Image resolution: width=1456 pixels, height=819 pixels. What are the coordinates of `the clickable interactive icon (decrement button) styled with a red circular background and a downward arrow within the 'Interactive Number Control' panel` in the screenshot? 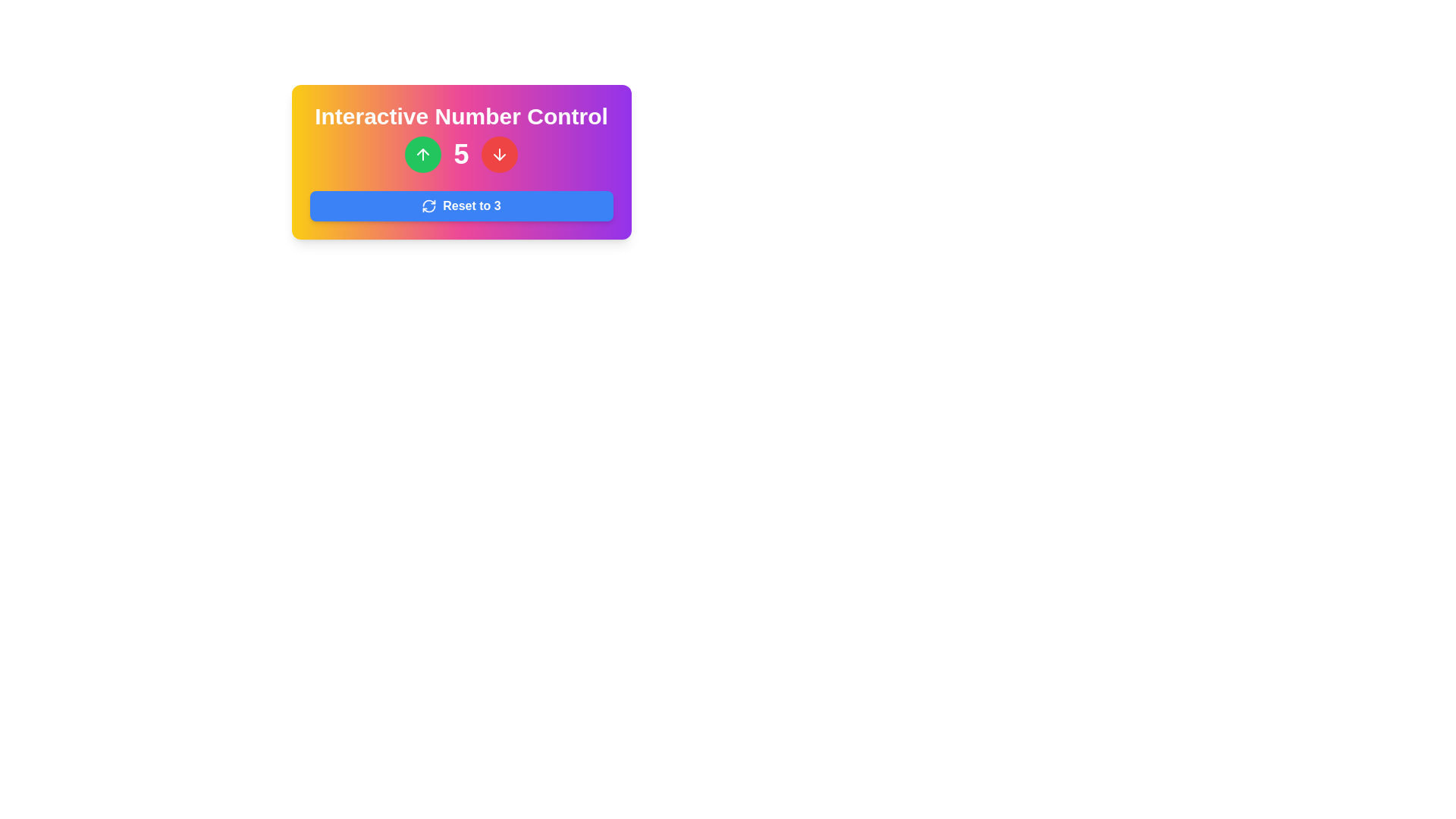 It's located at (499, 155).